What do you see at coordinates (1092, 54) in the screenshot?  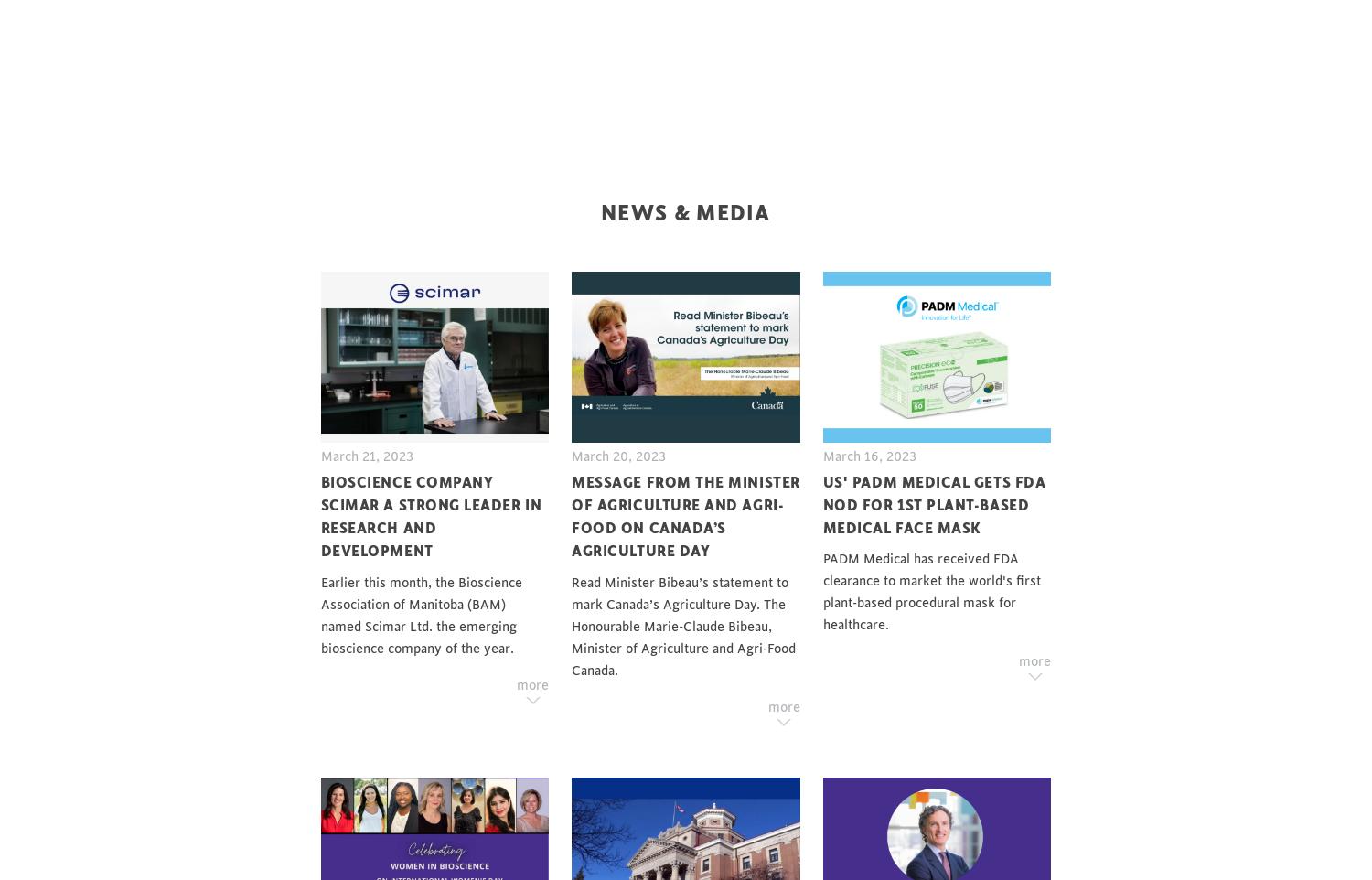 I see `'BAM Support Hub'` at bounding box center [1092, 54].